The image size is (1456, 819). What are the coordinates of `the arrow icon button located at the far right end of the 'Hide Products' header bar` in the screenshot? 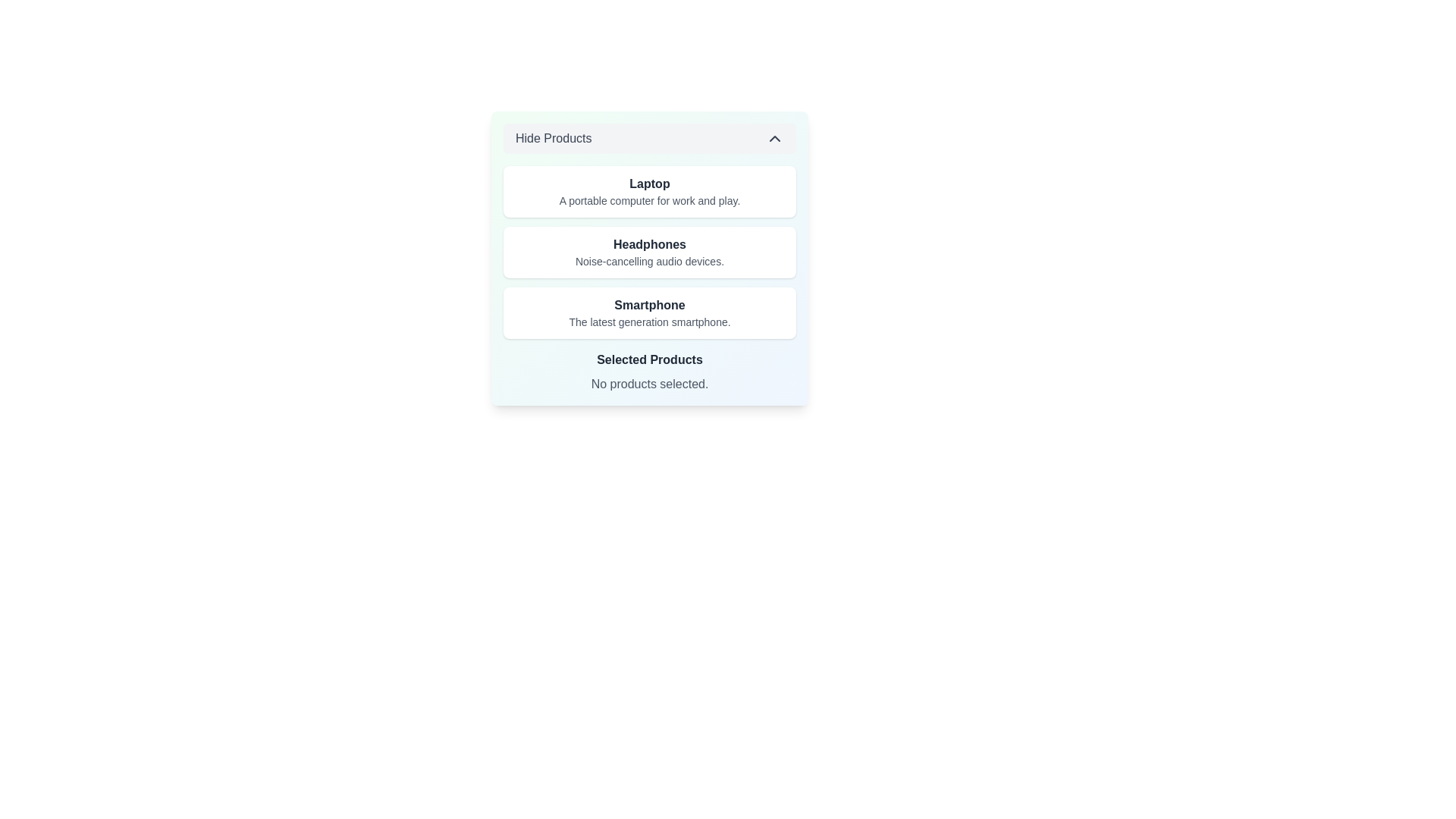 It's located at (775, 138).